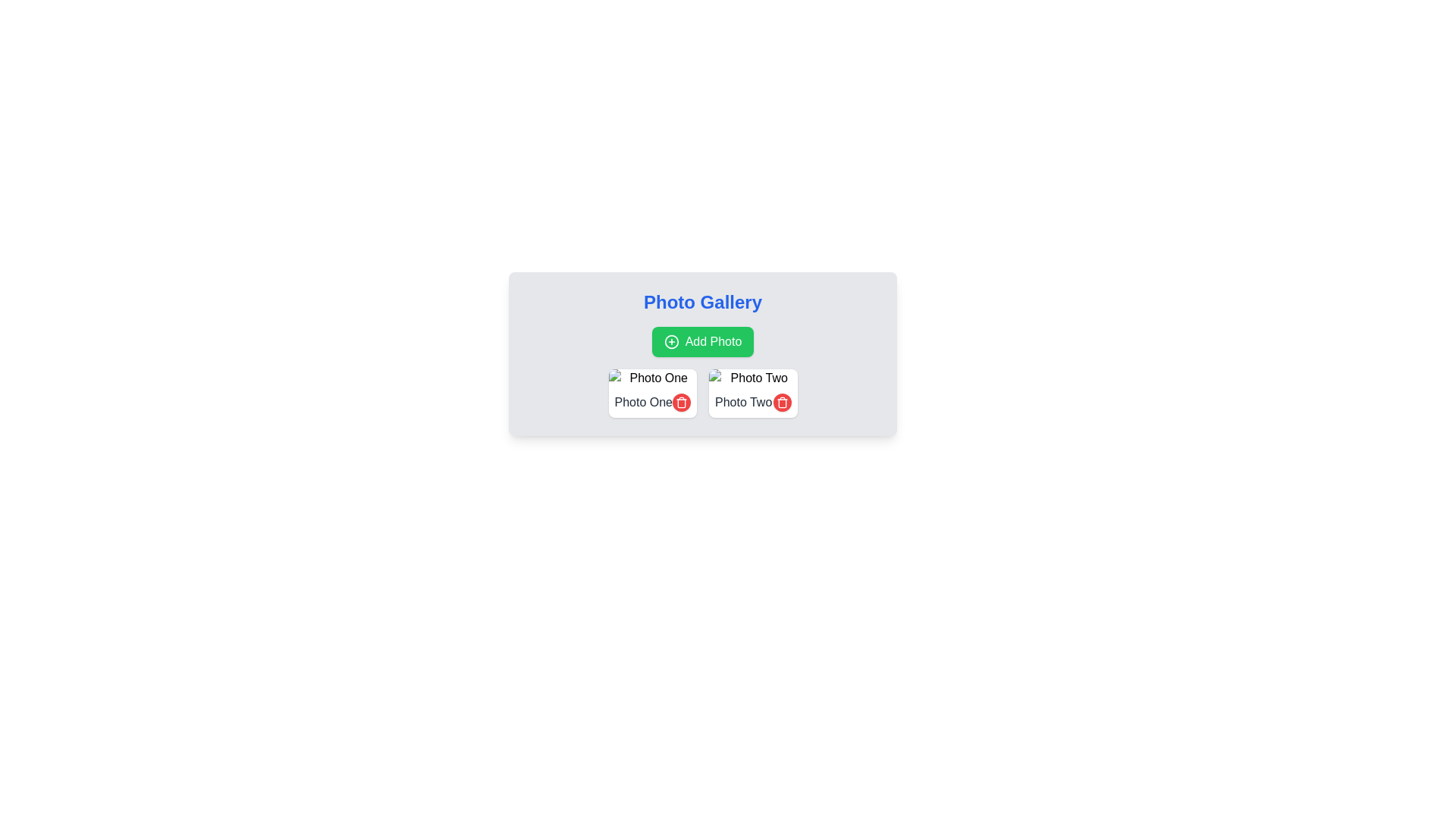 This screenshot has height=819, width=1456. What do you see at coordinates (701, 342) in the screenshot?
I see `the 'Add Photo' button, which has a green background and white text` at bounding box center [701, 342].